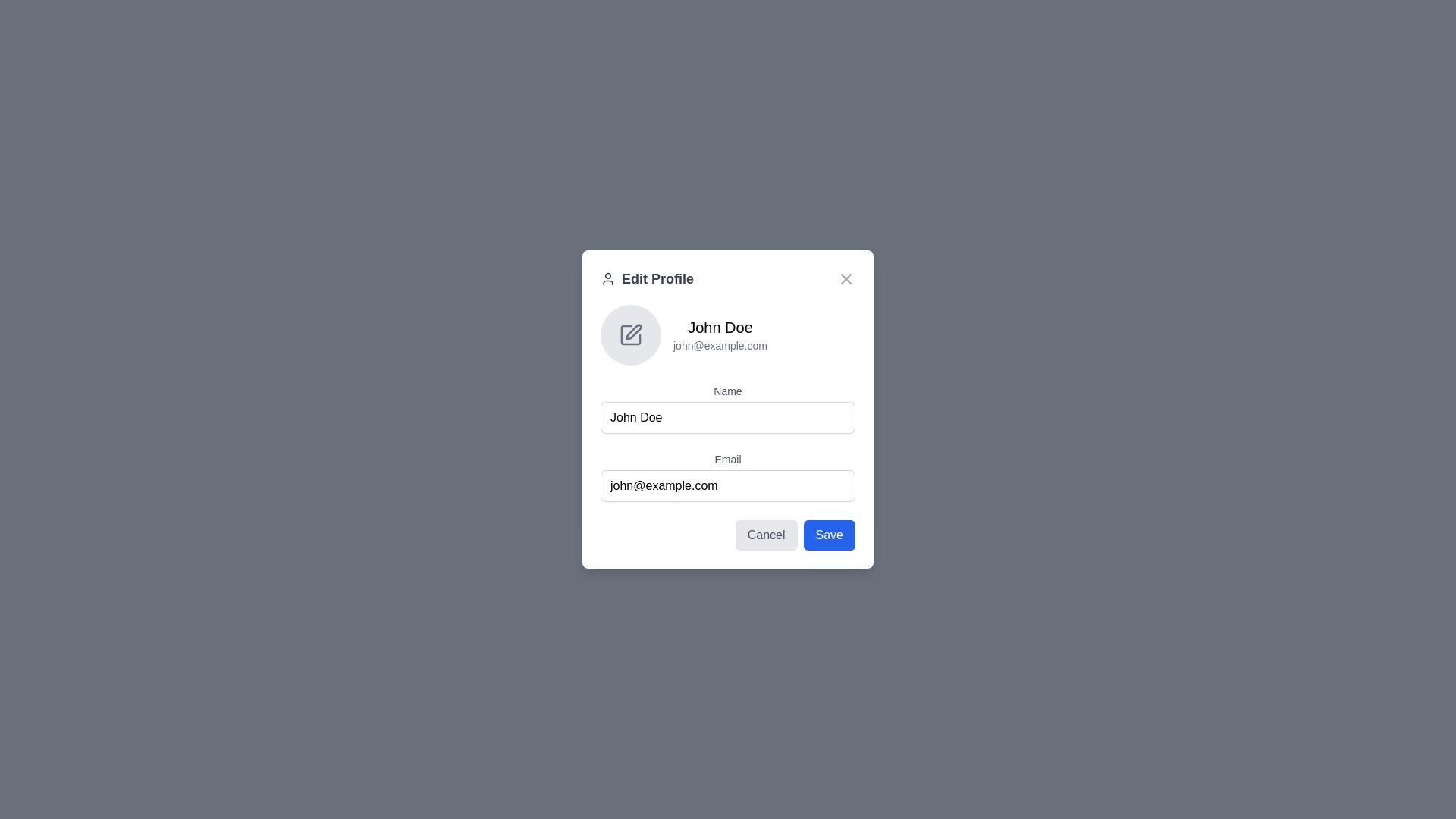  I want to click on the email input field located within the 'Edit Profile' form section to focus on it, so click(728, 485).